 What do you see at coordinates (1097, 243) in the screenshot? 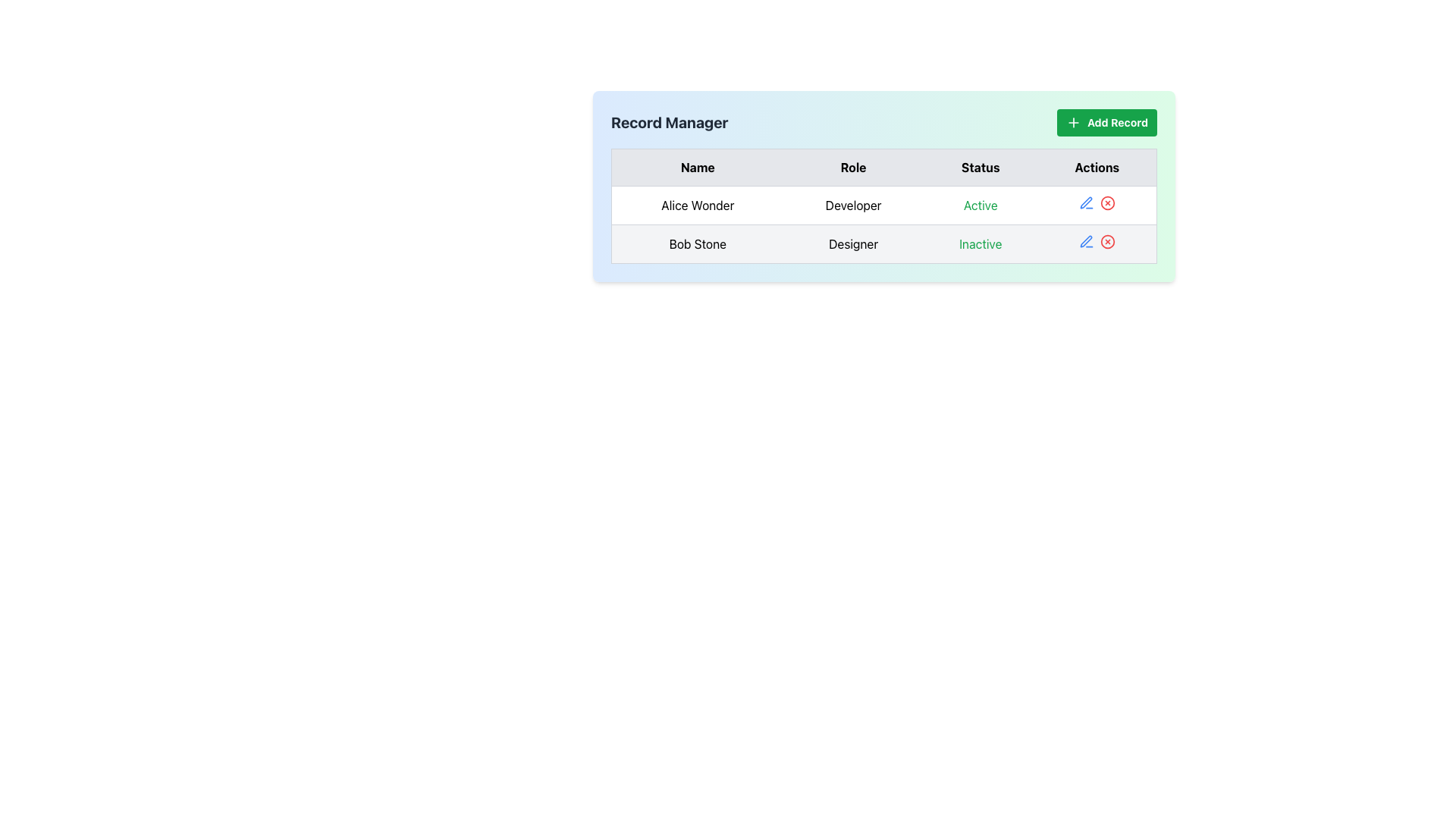
I see `the edit icon (blue pencil) in the 'Actions' column for the row corresponding to 'Bob Stone' in the table` at bounding box center [1097, 243].